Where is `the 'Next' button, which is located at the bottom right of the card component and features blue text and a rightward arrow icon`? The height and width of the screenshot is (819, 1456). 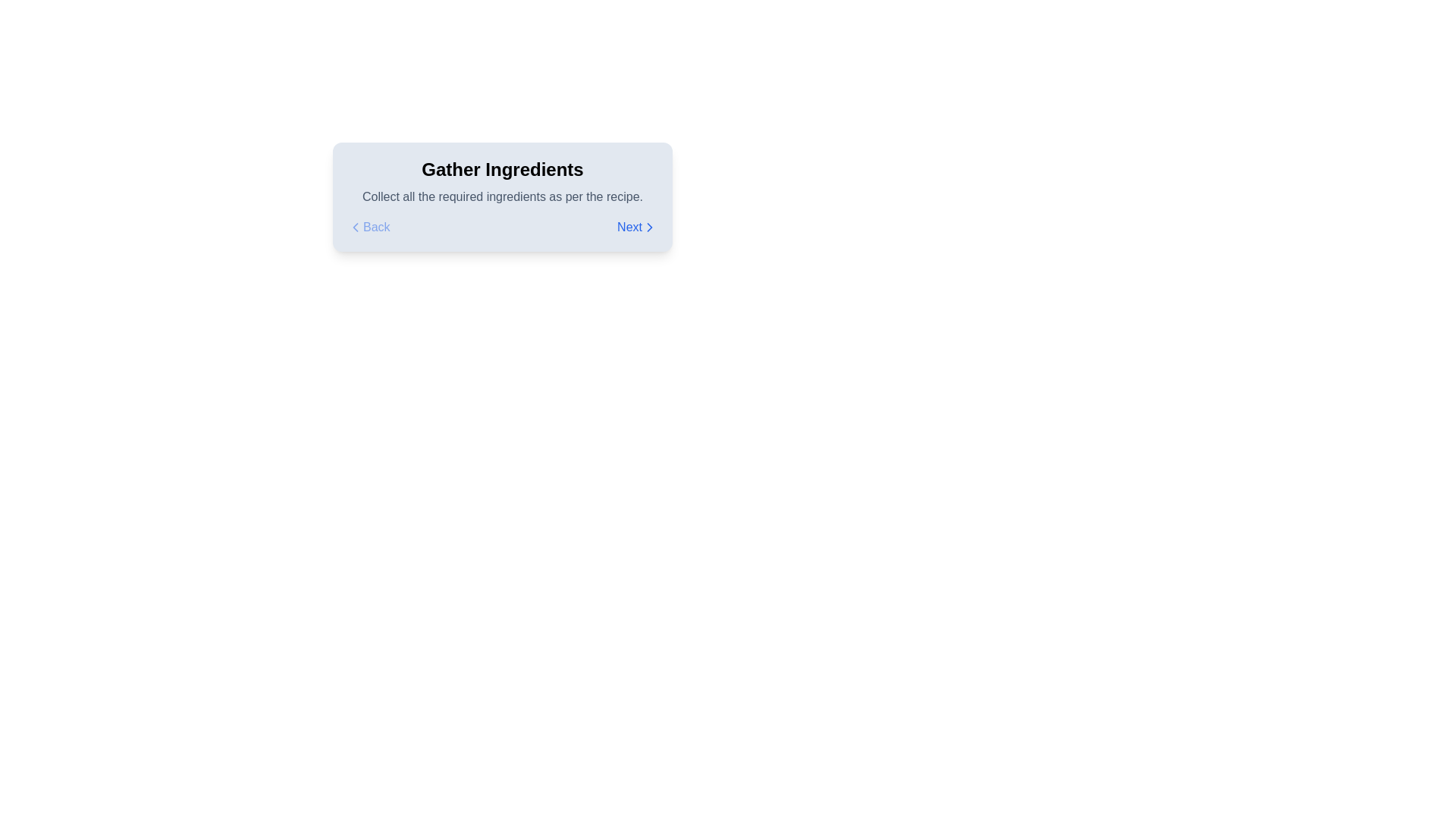 the 'Next' button, which is located at the bottom right of the card component and features blue text and a rightward arrow icon is located at coordinates (637, 227).